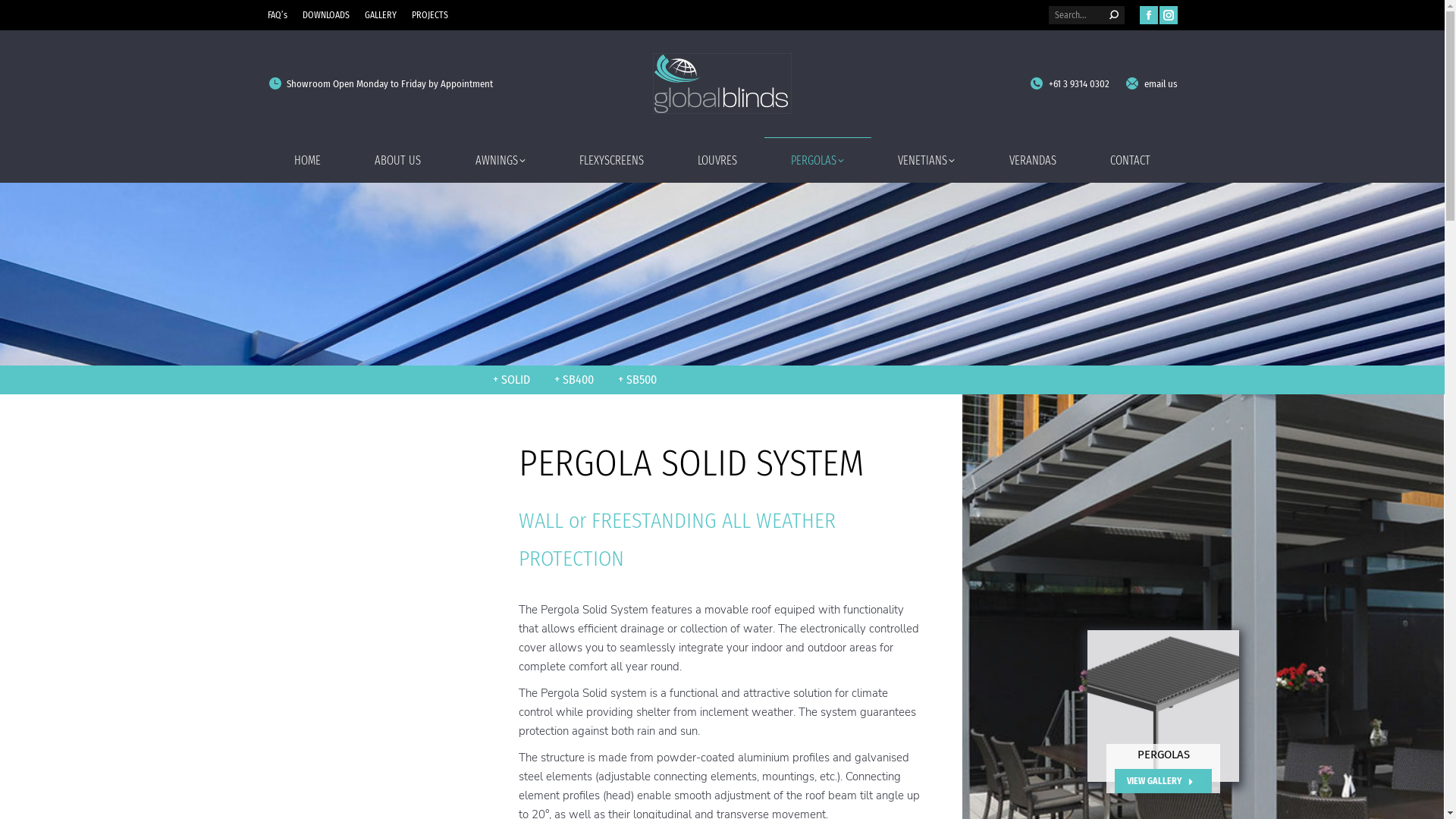 This screenshot has width=1456, height=819. I want to click on 'PERGOLAS', so click(817, 159).